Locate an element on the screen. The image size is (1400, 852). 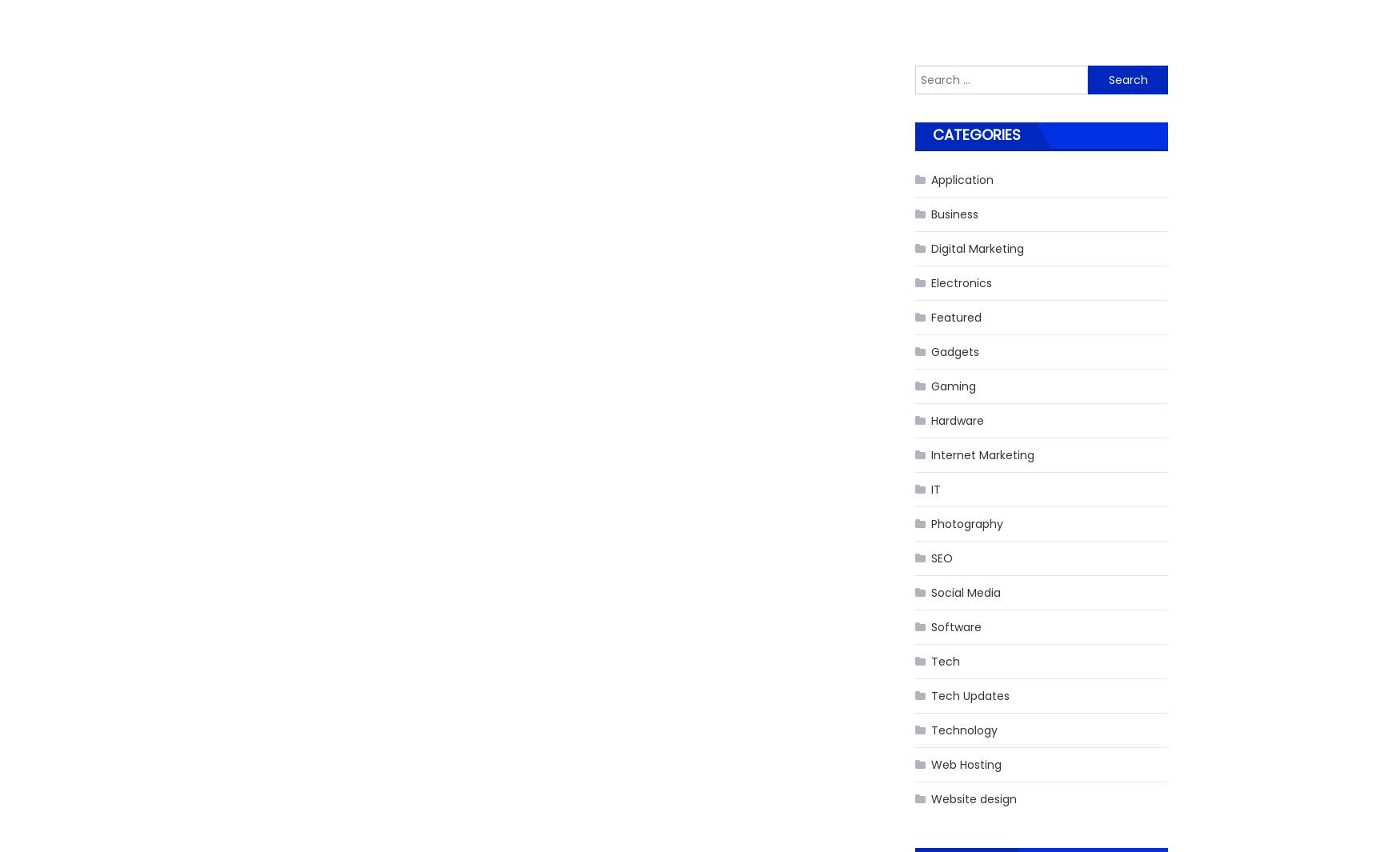
'Gadgets' is located at coordinates (955, 350).